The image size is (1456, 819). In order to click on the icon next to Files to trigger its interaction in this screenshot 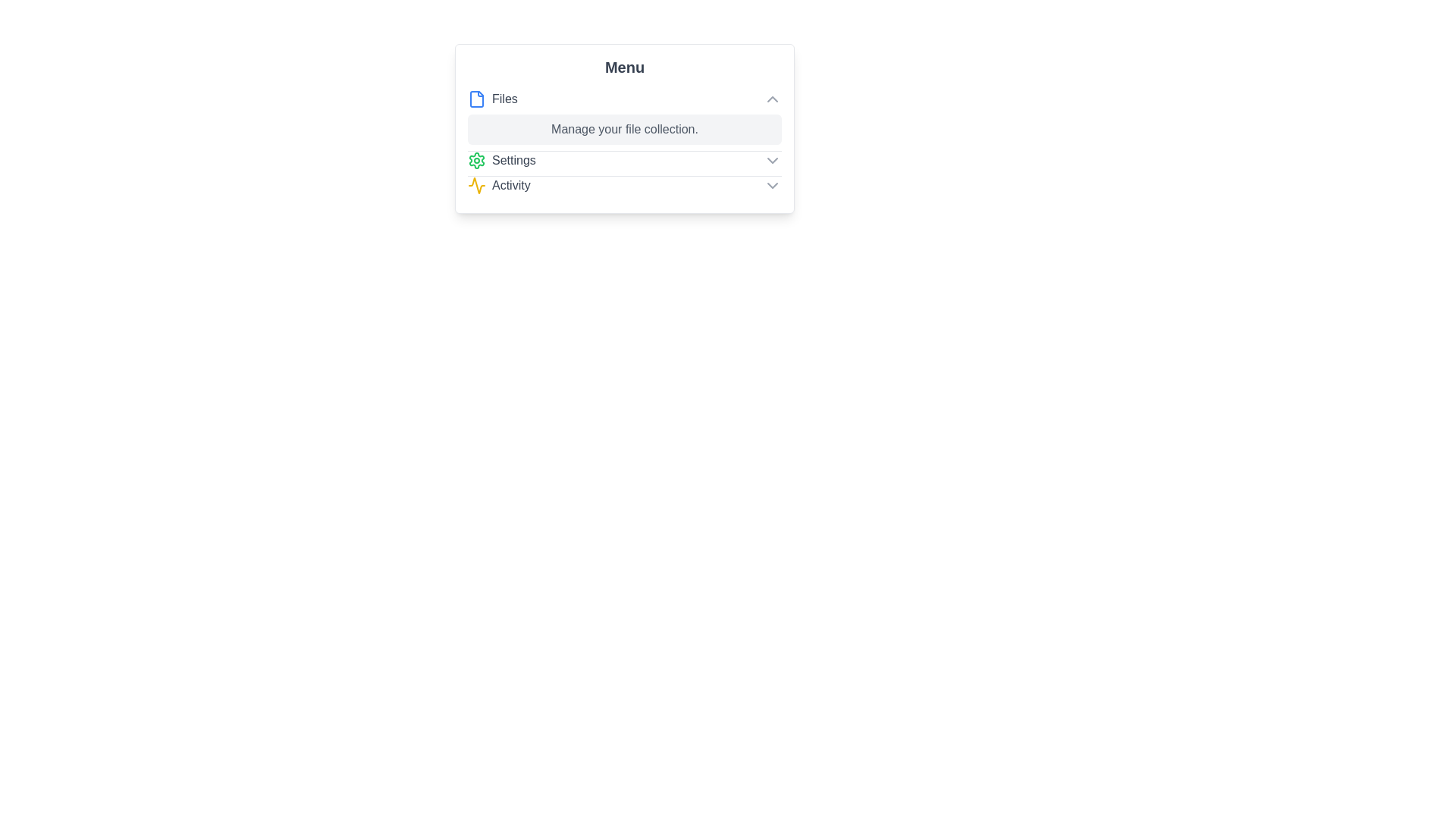, I will do `click(475, 99)`.